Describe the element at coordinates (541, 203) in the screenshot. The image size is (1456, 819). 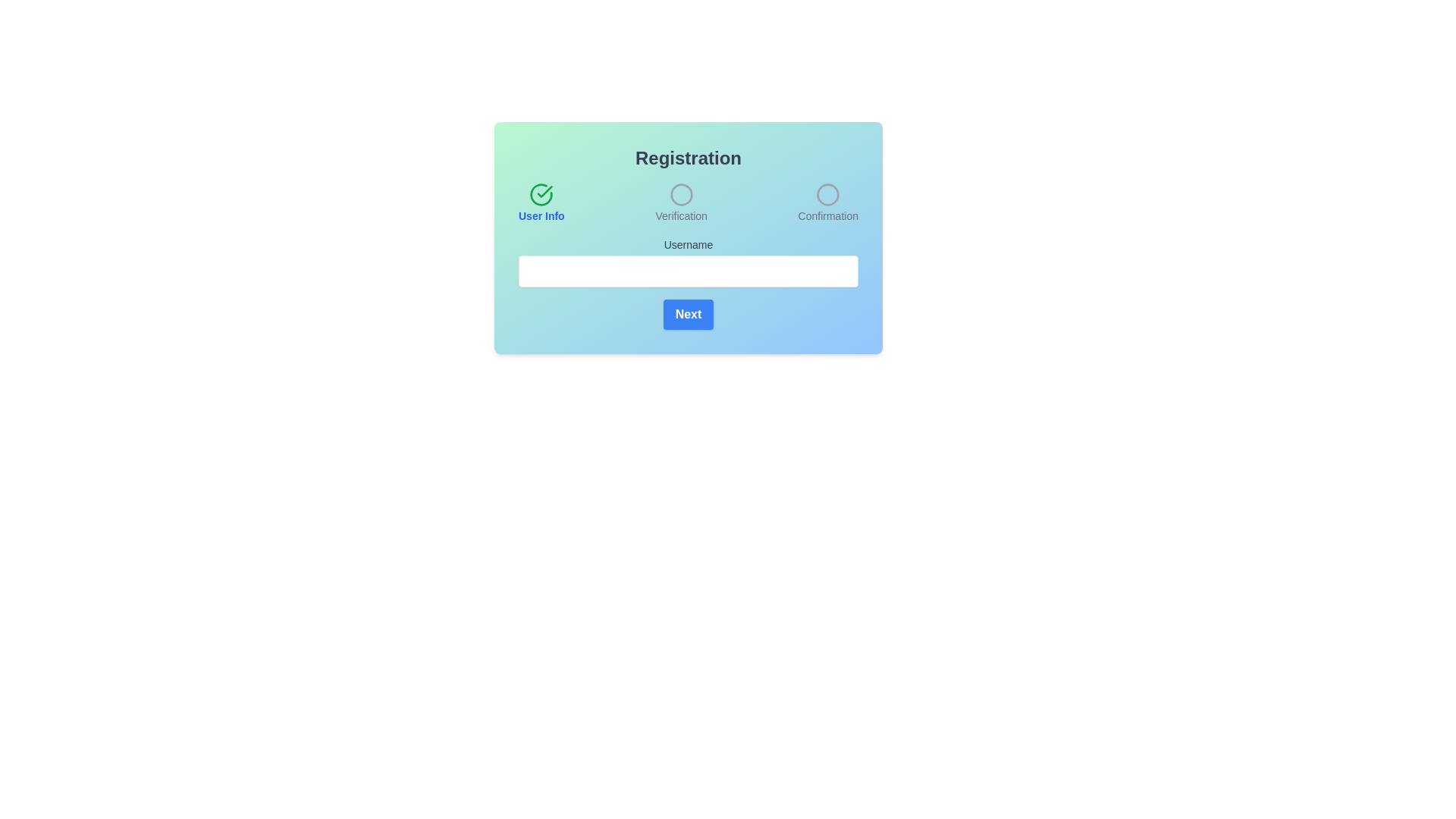
I see `the status indicator element that displays a green check mark icon and the text 'User Info' in bold blue font, indicating a completed or verified status` at that location.